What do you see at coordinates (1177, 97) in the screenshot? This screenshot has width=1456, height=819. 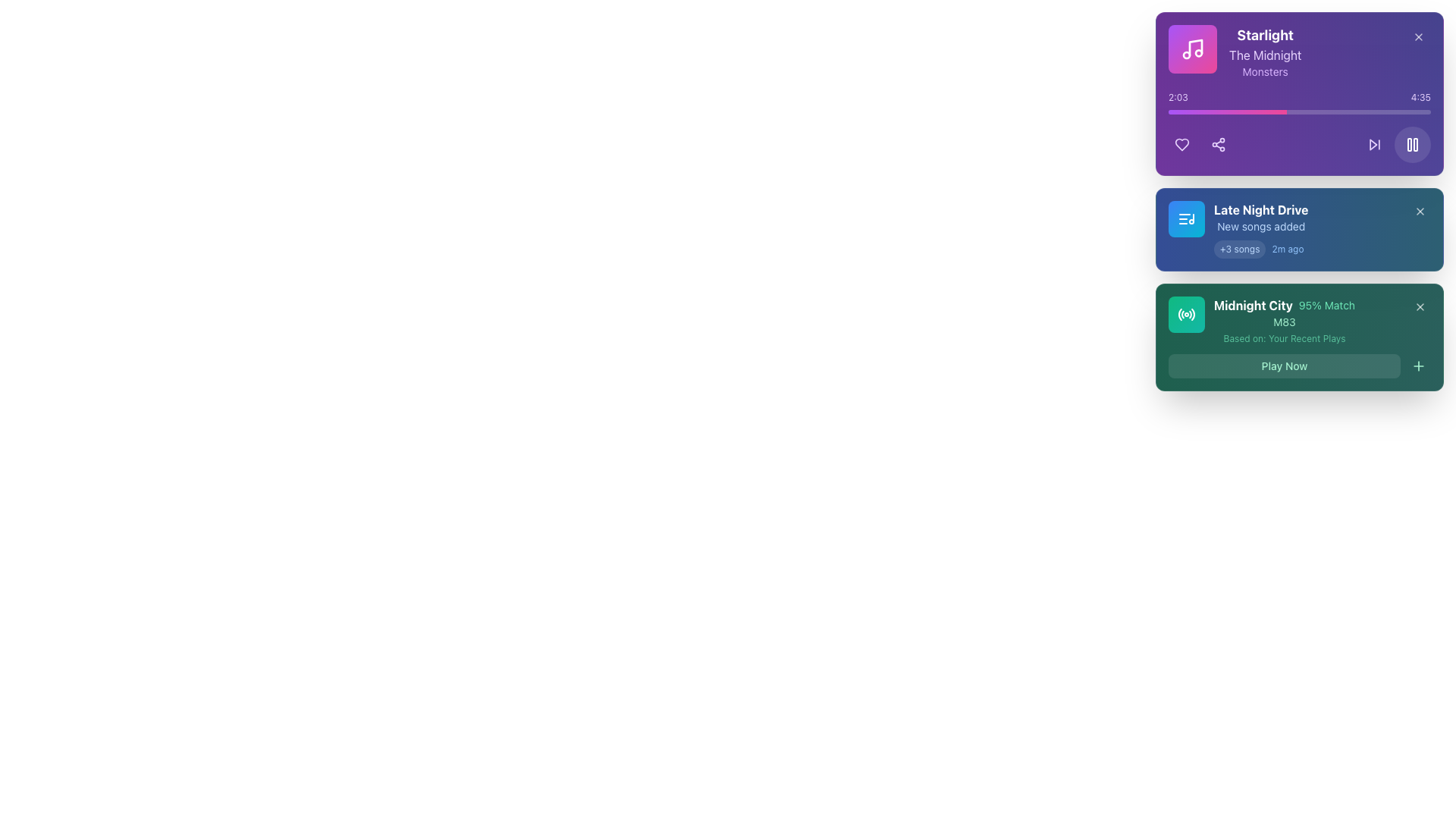 I see `current playback time displayed on the text label located at the top-left corner of the purple song playback card, near the progress bar` at bounding box center [1177, 97].